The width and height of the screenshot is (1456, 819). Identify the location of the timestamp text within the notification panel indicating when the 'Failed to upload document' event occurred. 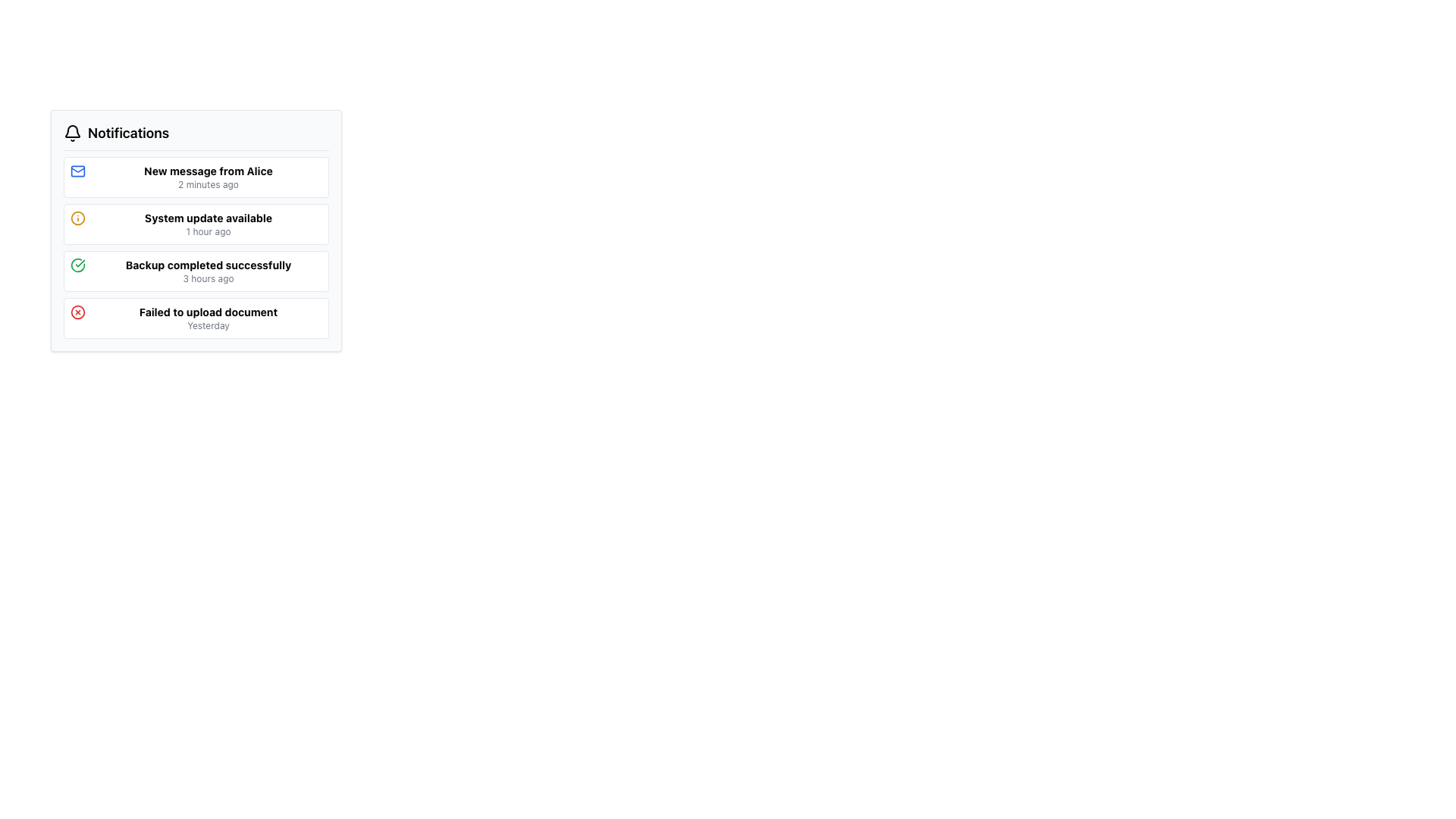
(207, 325).